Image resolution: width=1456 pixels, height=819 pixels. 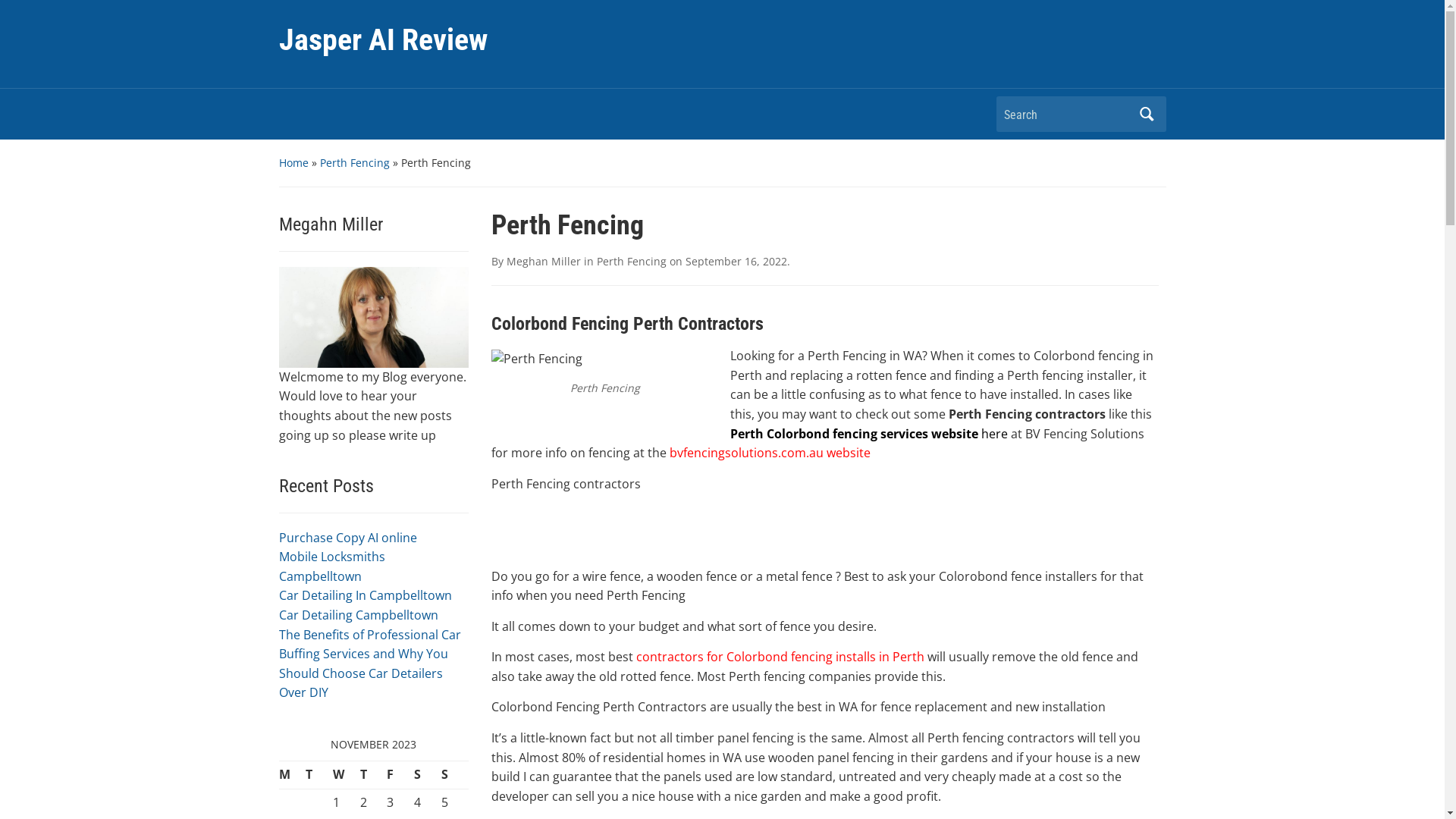 I want to click on 'Mobile Locksmiths Campbelltown', so click(x=331, y=566).